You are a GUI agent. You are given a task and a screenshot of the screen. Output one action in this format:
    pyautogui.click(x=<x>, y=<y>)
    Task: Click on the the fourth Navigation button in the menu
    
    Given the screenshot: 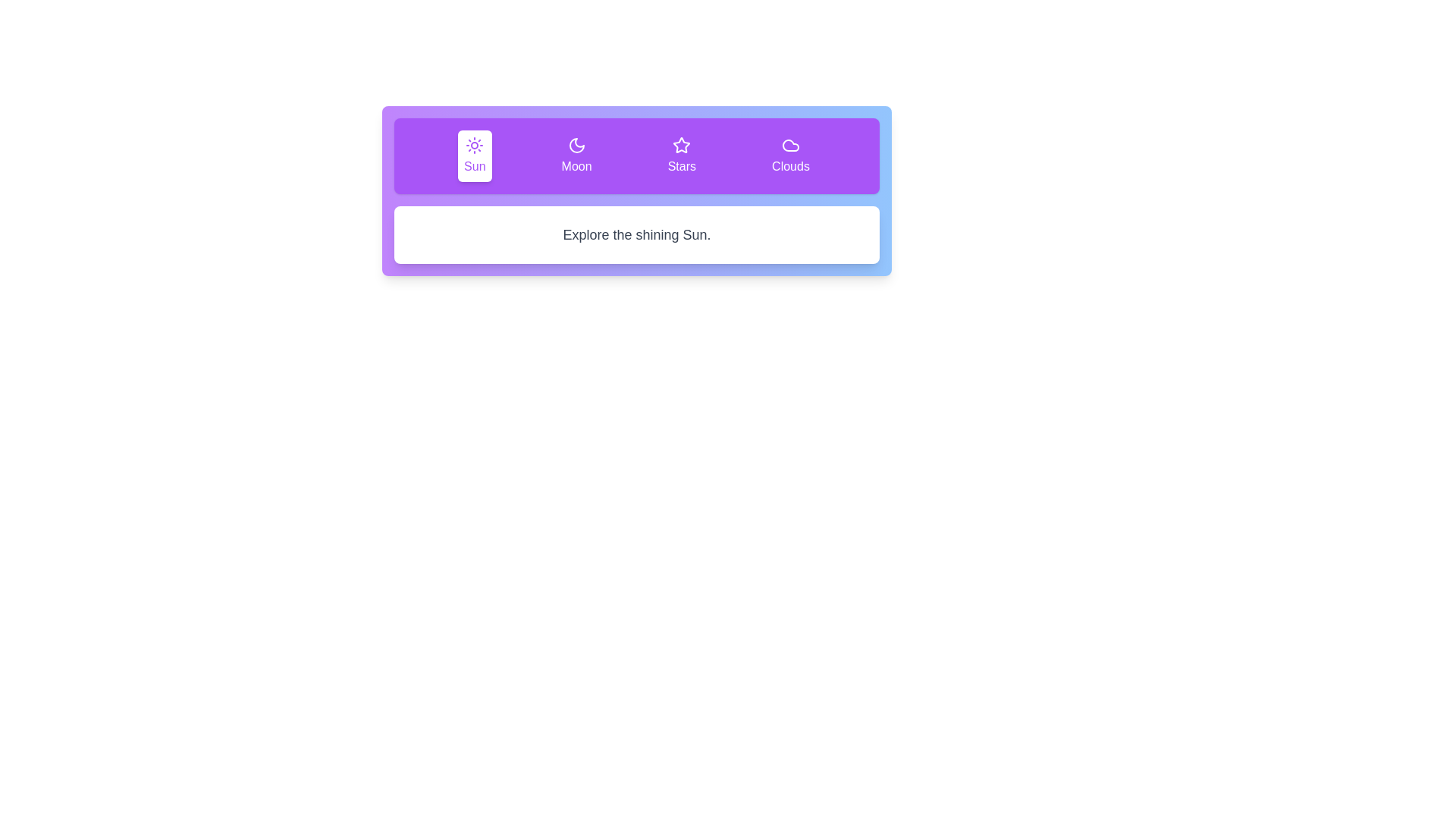 What is the action you would take?
    pyautogui.click(x=789, y=155)
    